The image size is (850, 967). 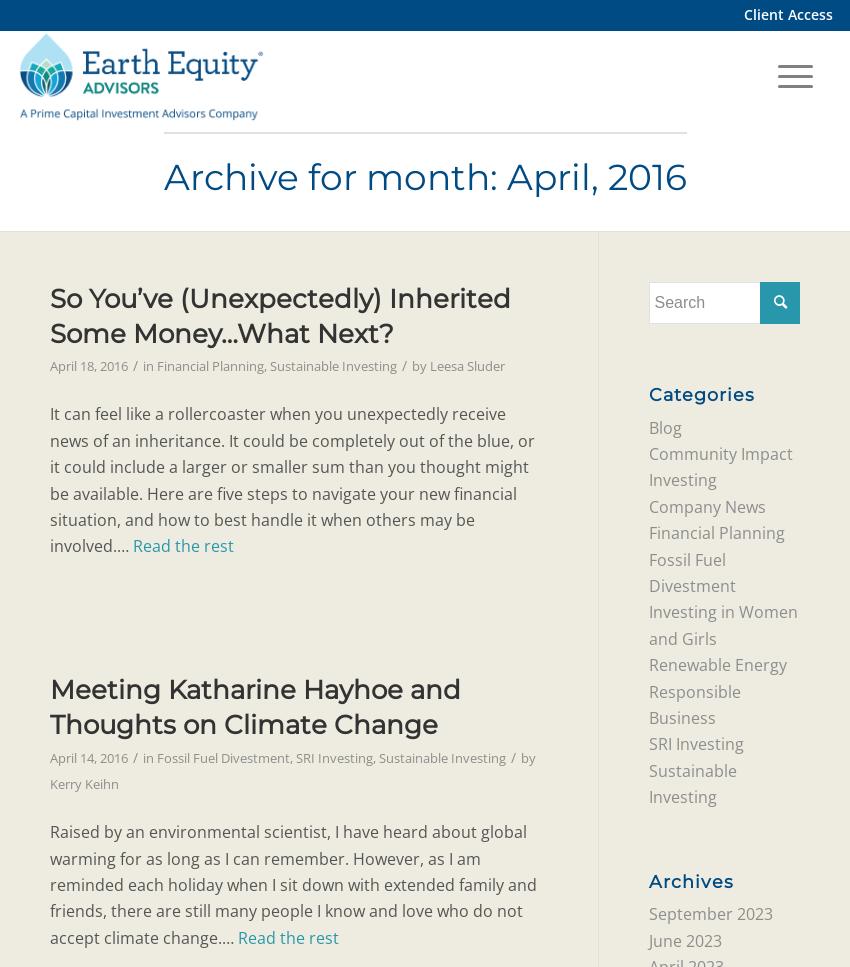 What do you see at coordinates (787, 14) in the screenshot?
I see `'Client Access'` at bounding box center [787, 14].